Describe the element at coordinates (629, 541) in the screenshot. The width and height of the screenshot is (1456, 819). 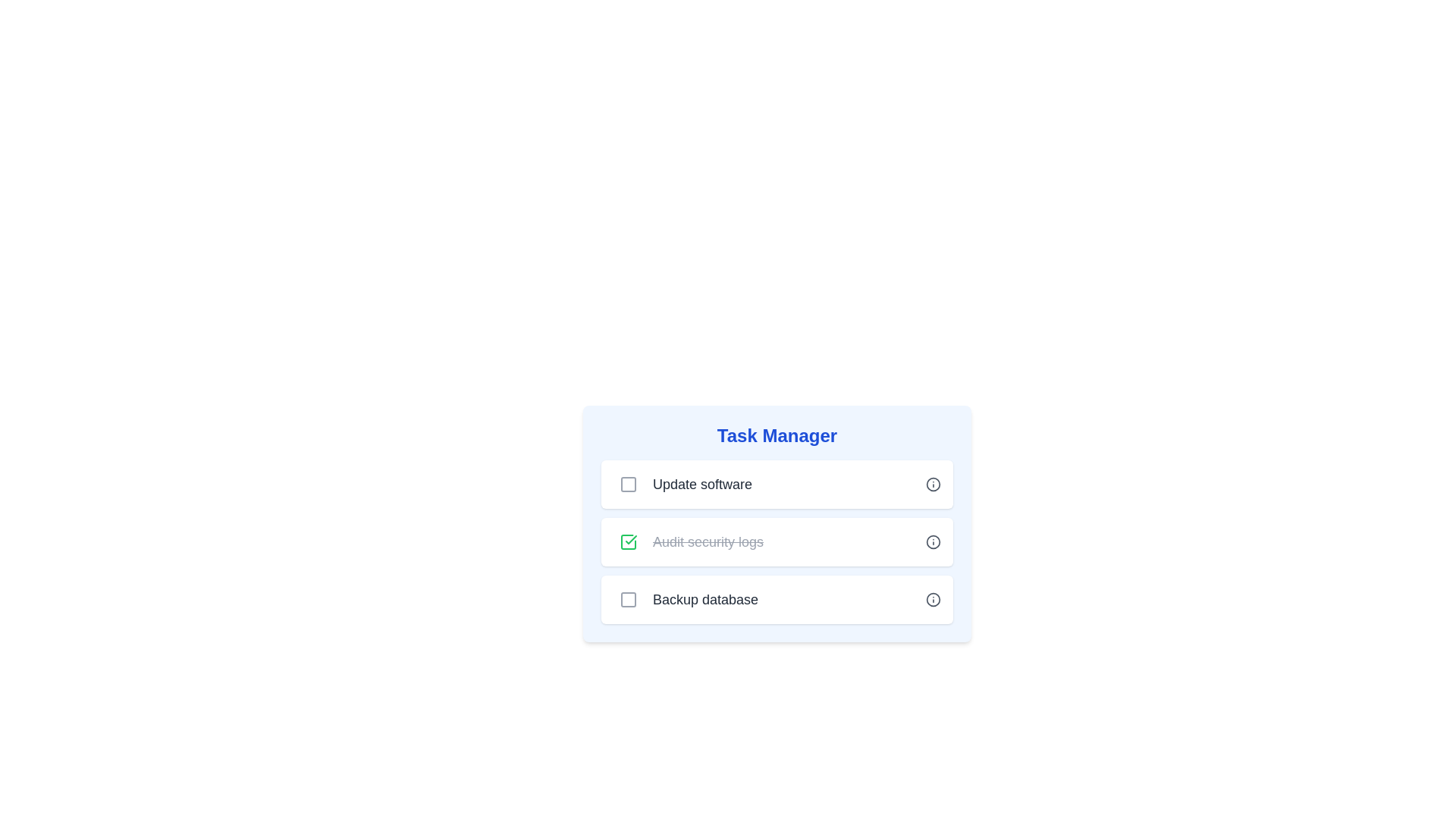
I see `the green checkbox icon next to the grayed 'Audit security logs' text` at that location.